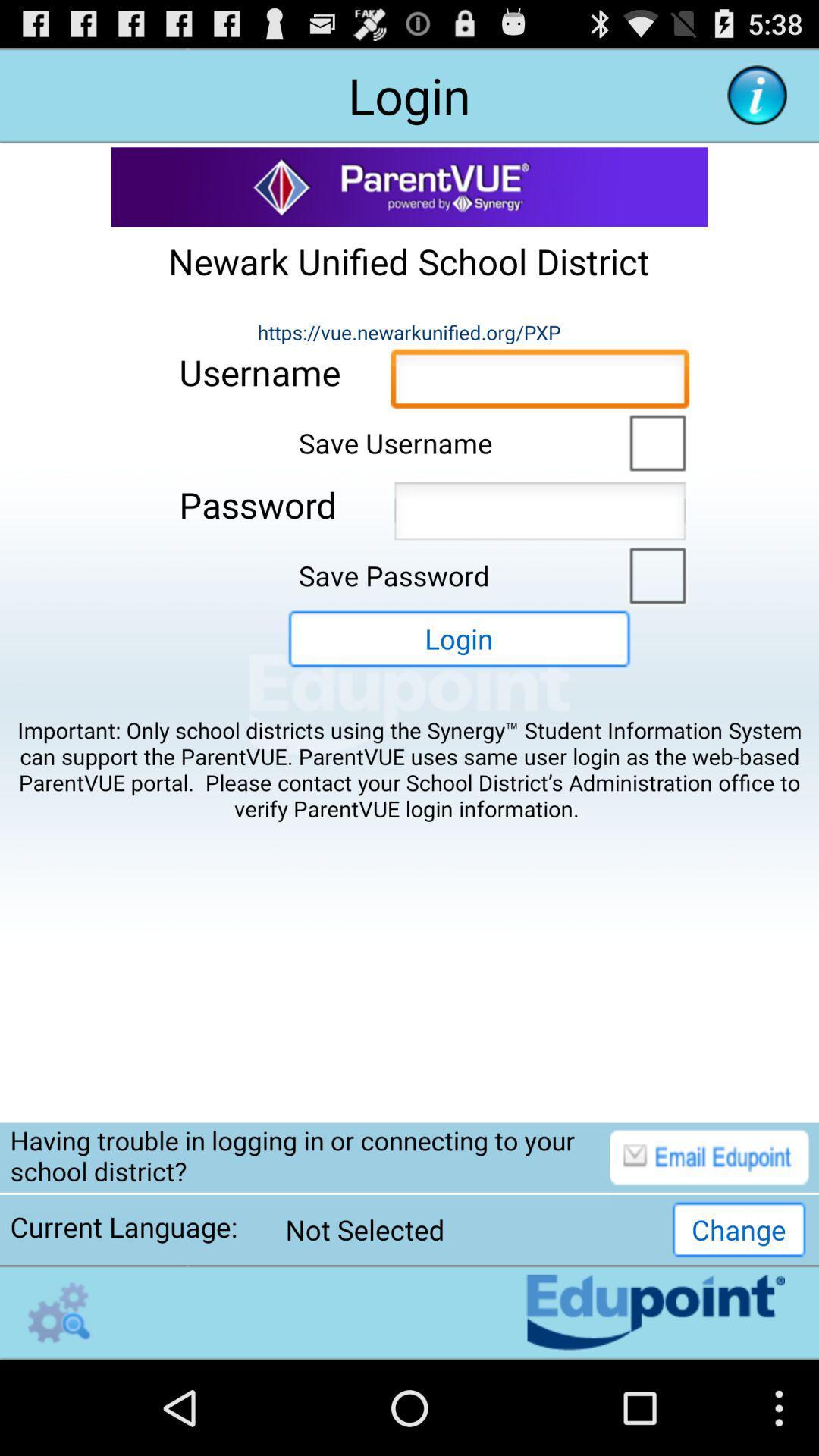 Image resolution: width=819 pixels, height=1456 pixels. What do you see at coordinates (58, 1404) in the screenshot?
I see `the settings icon` at bounding box center [58, 1404].